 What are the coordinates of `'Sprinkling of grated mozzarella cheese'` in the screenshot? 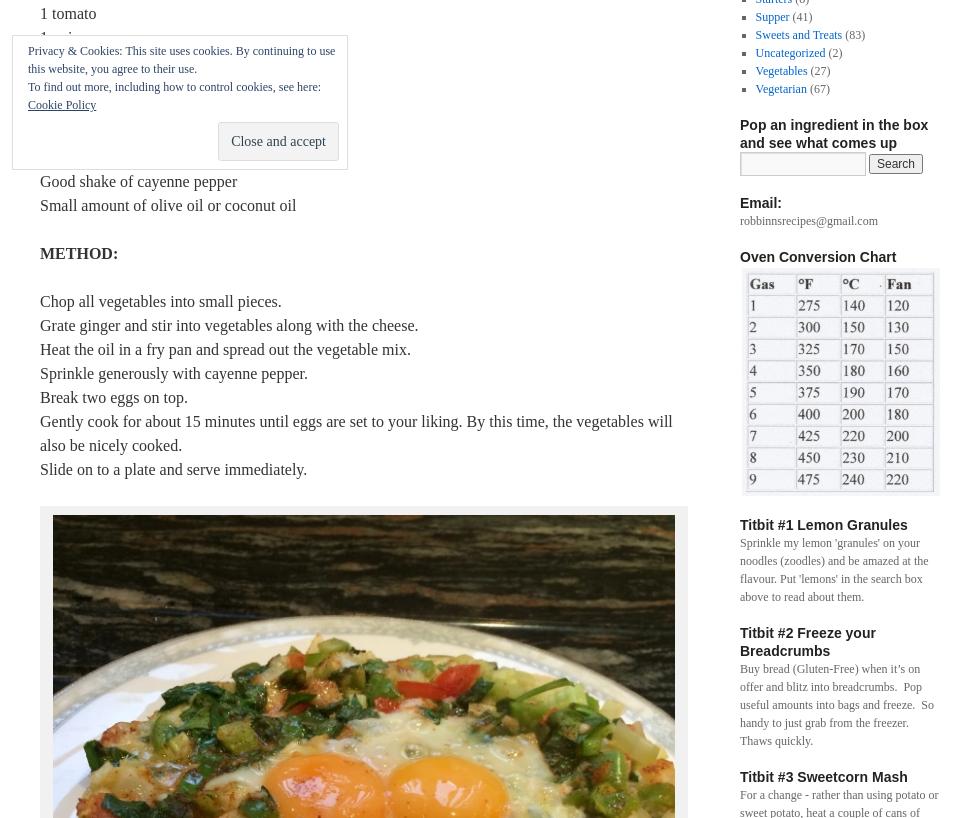 It's located at (164, 133).